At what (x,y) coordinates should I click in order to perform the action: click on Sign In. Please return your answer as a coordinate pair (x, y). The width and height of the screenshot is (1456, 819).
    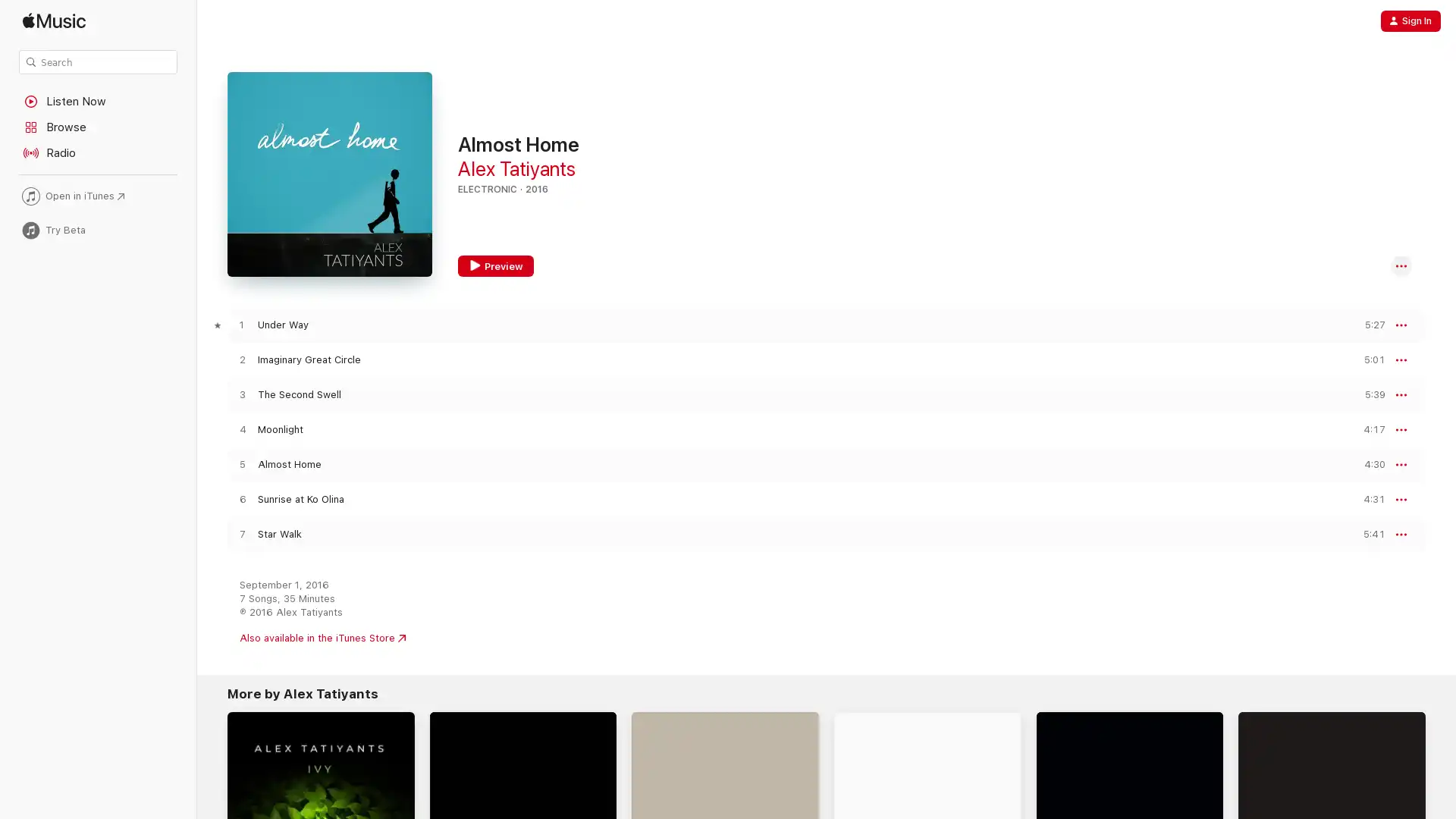
    Looking at the image, I should click on (1410, 20).